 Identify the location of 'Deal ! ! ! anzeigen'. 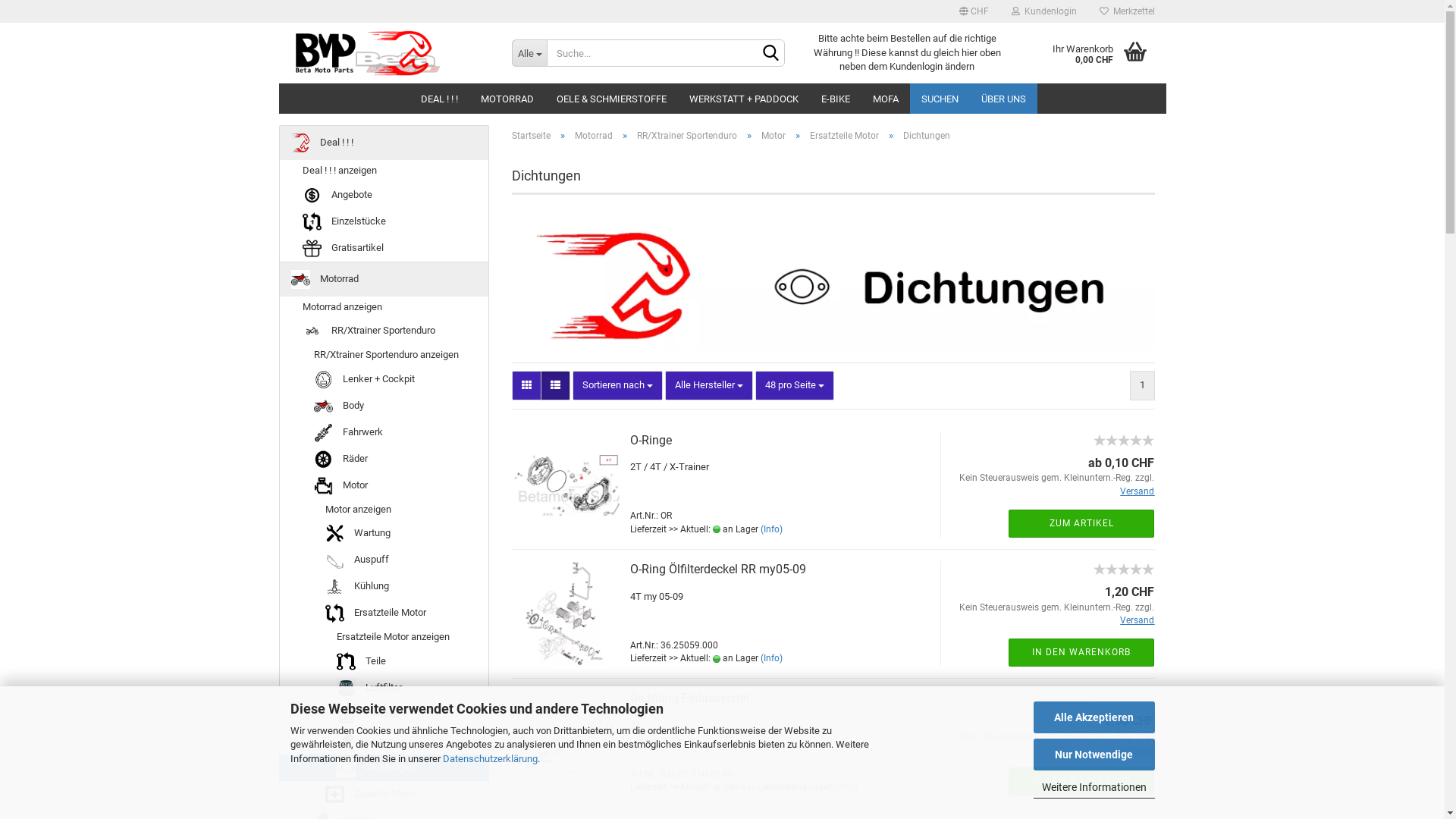
(383, 171).